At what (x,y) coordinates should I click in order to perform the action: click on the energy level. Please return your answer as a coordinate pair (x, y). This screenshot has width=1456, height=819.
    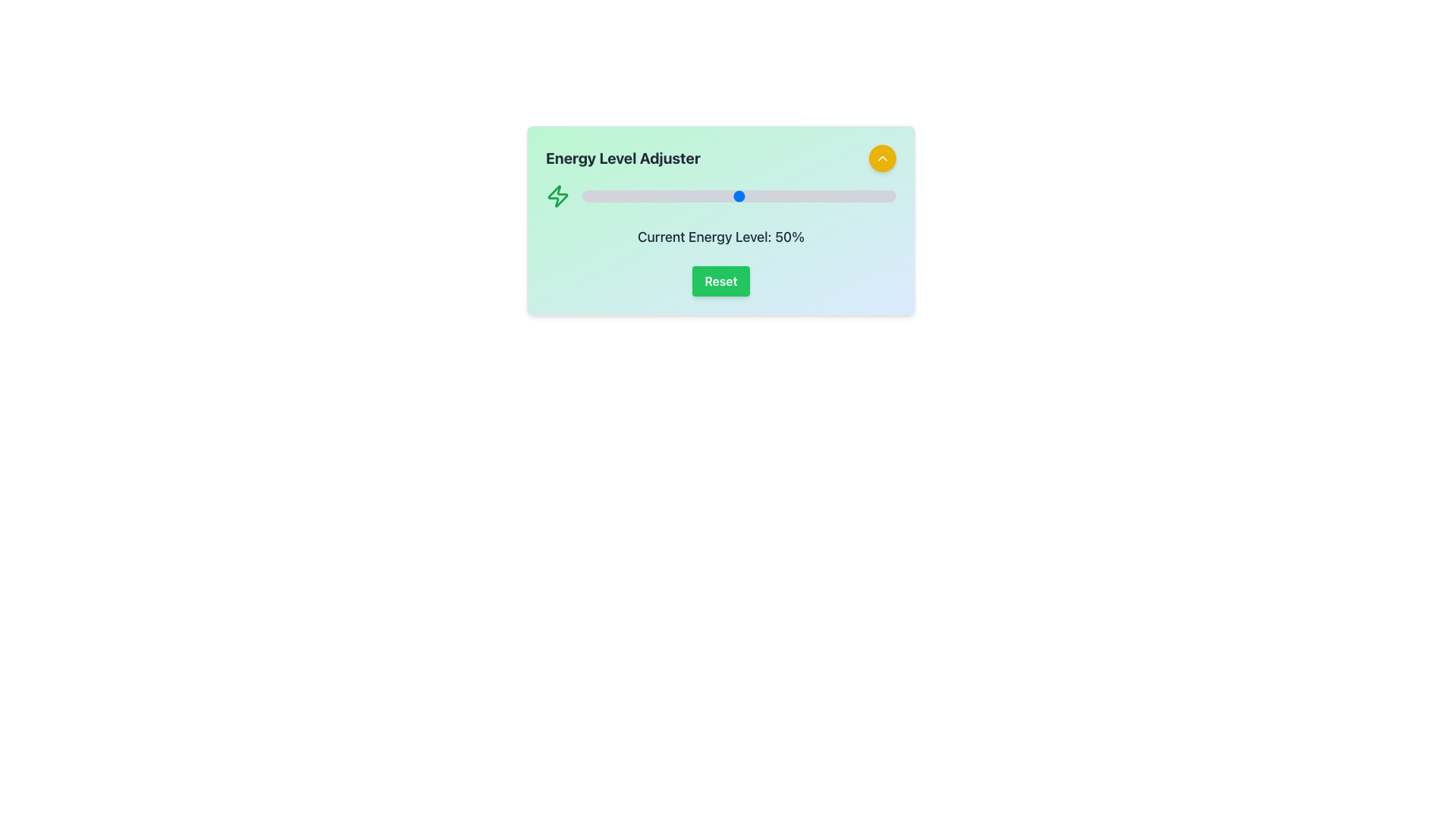
    Looking at the image, I should click on (588, 195).